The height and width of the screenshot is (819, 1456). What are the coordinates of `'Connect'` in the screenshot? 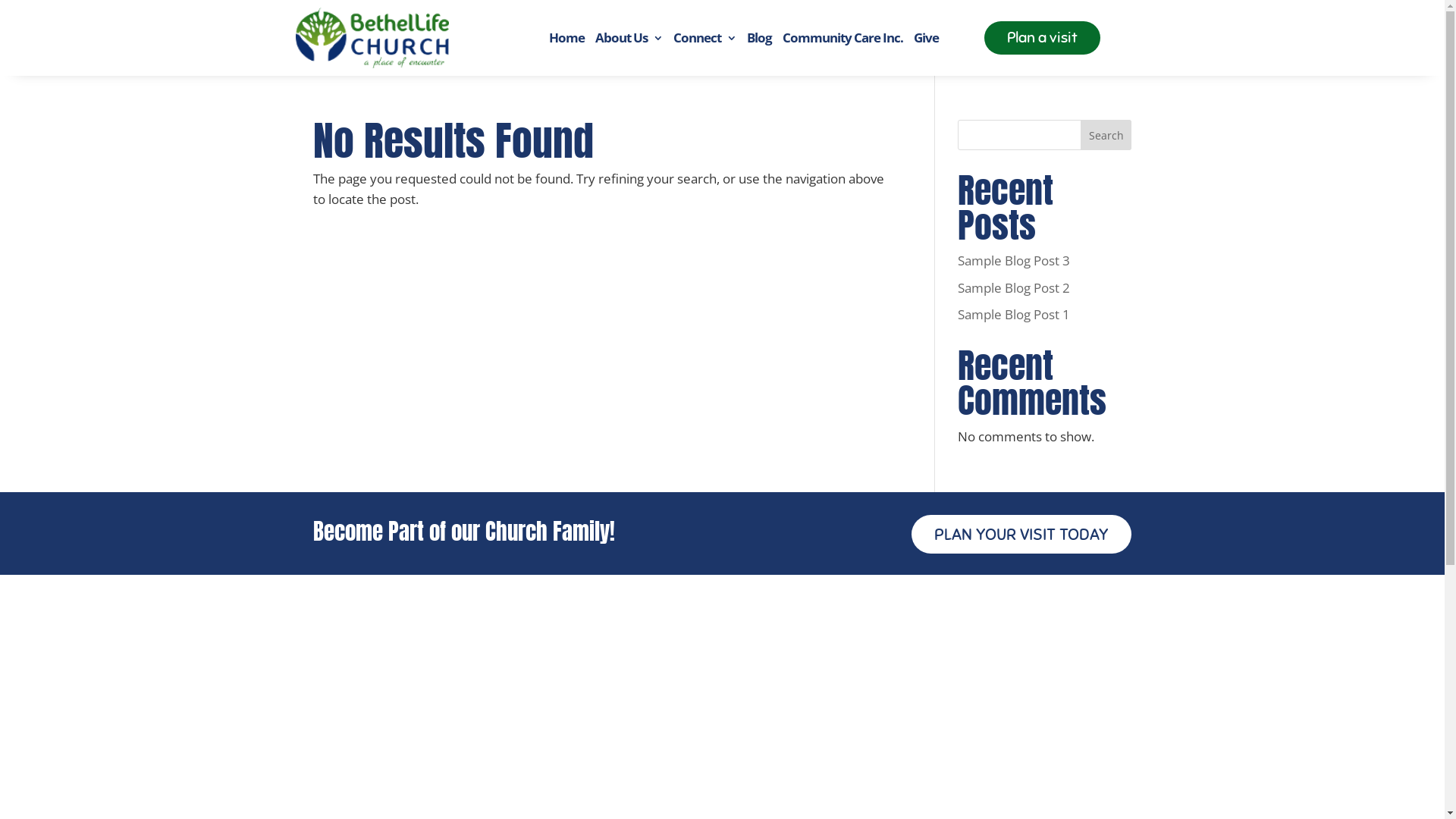 It's located at (704, 37).